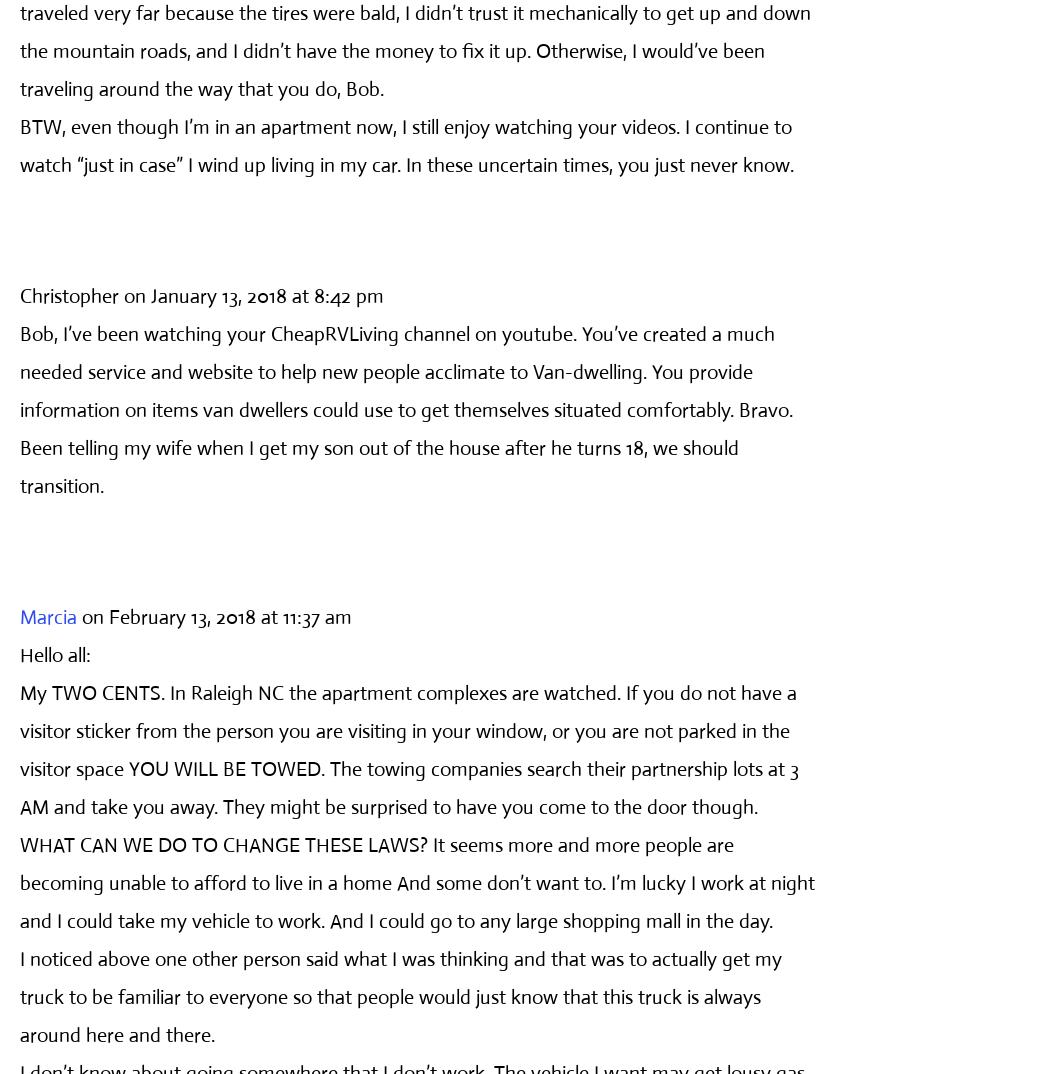 This screenshot has width=1050, height=1074. What do you see at coordinates (19, 295) in the screenshot?
I see `'Christopher'` at bounding box center [19, 295].